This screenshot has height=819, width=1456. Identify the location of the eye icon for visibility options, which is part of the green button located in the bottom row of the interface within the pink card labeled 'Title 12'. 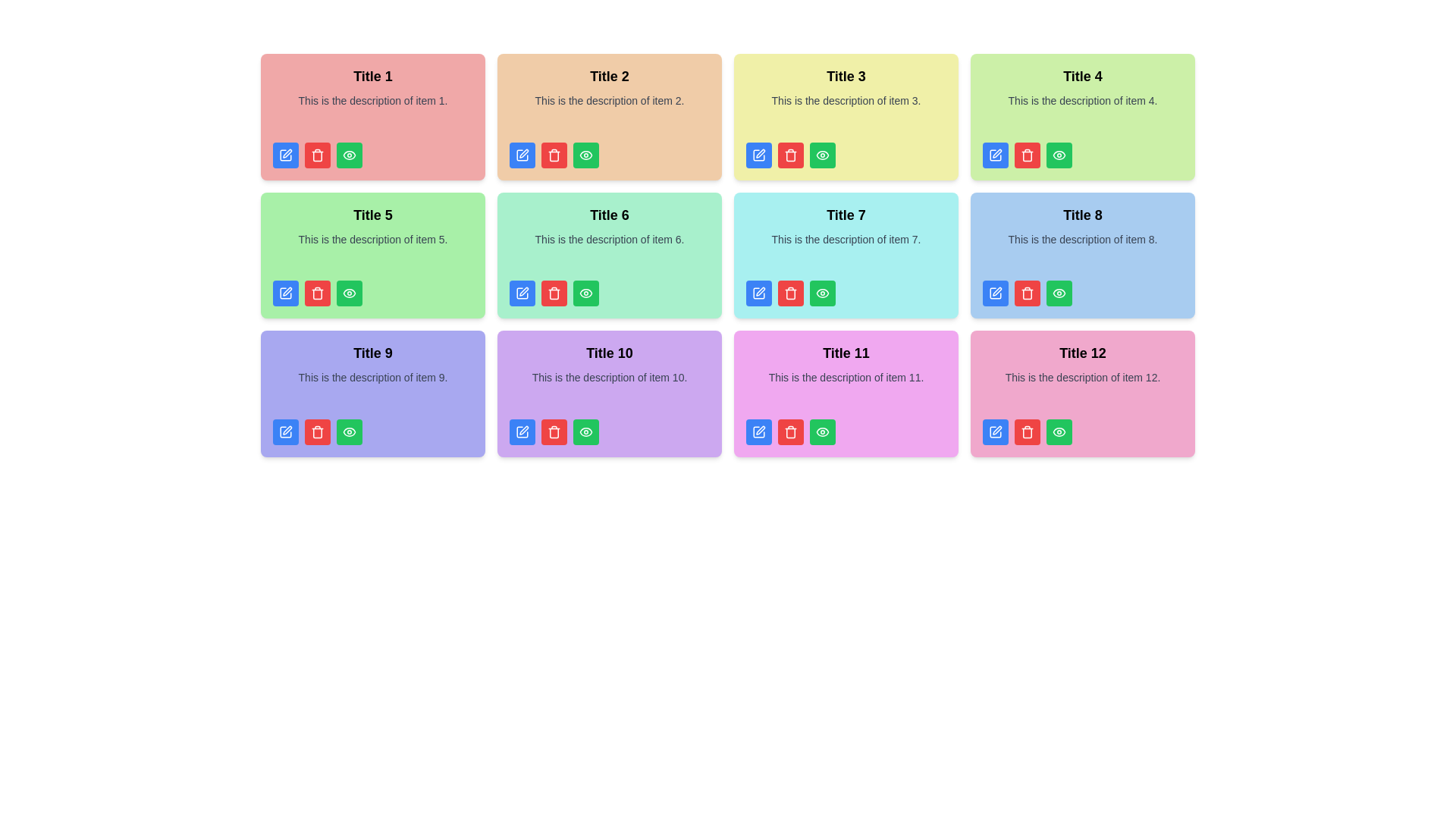
(1058, 431).